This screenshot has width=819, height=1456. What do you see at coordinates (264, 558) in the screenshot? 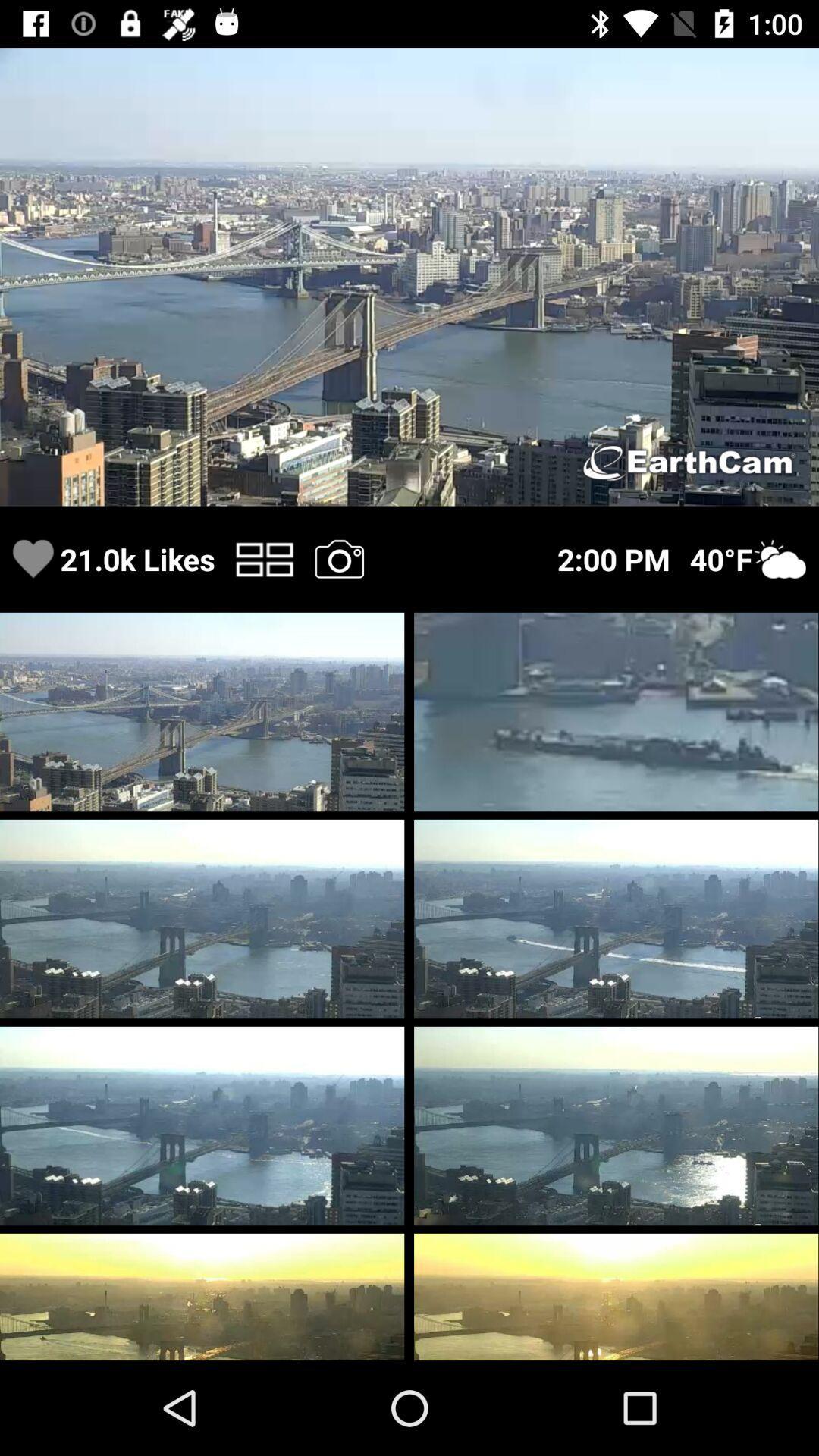
I see `the dashboard icon` at bounding box center [264, 558].